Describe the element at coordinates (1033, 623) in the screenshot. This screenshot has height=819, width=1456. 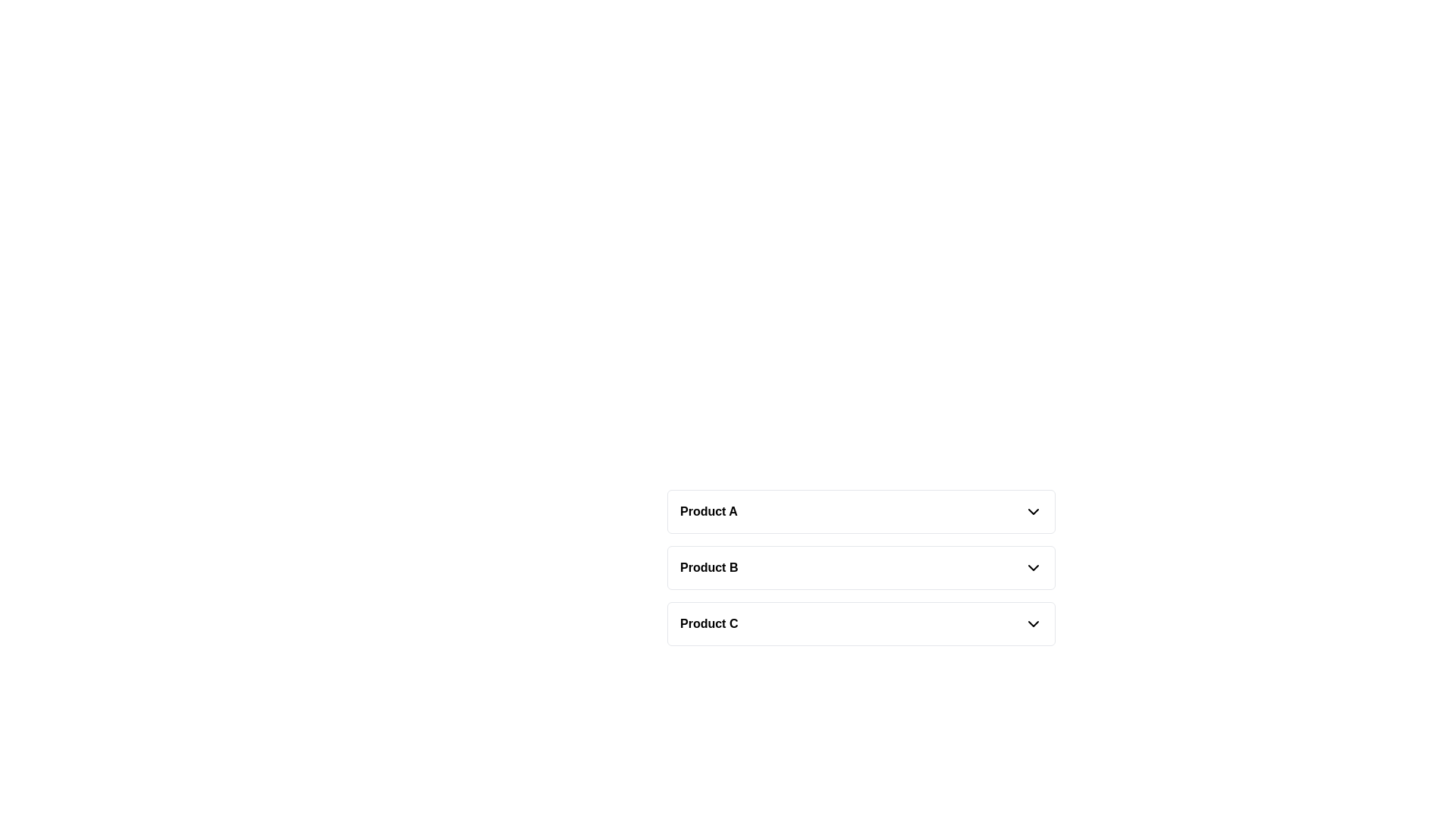
I see `the expand/collapse icon for 'Product C' located at the far right of the horizontal layout group` at that location.